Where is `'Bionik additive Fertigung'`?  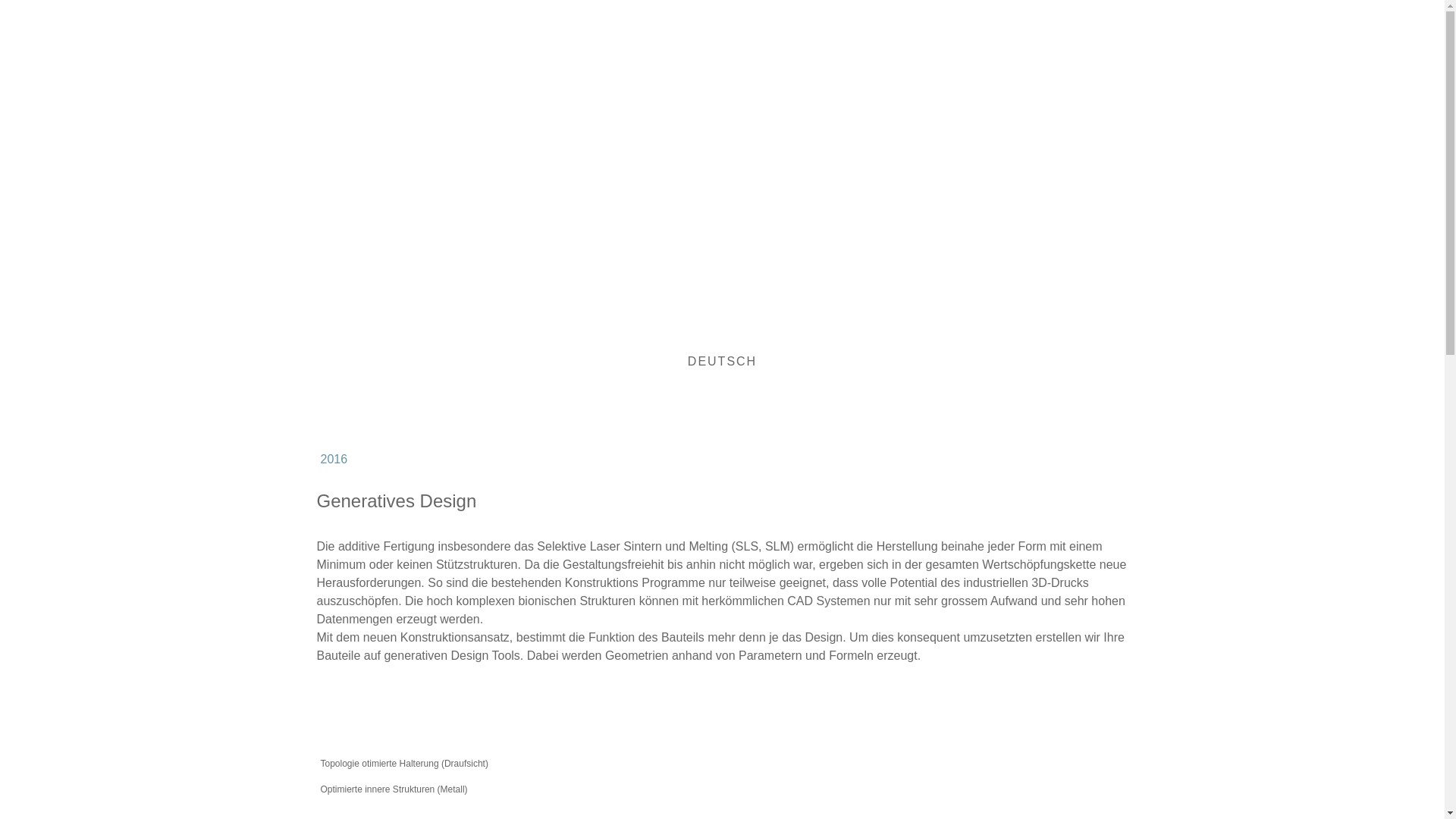
'Bionik additive Fertigung' is located at coordinates (574, 158).